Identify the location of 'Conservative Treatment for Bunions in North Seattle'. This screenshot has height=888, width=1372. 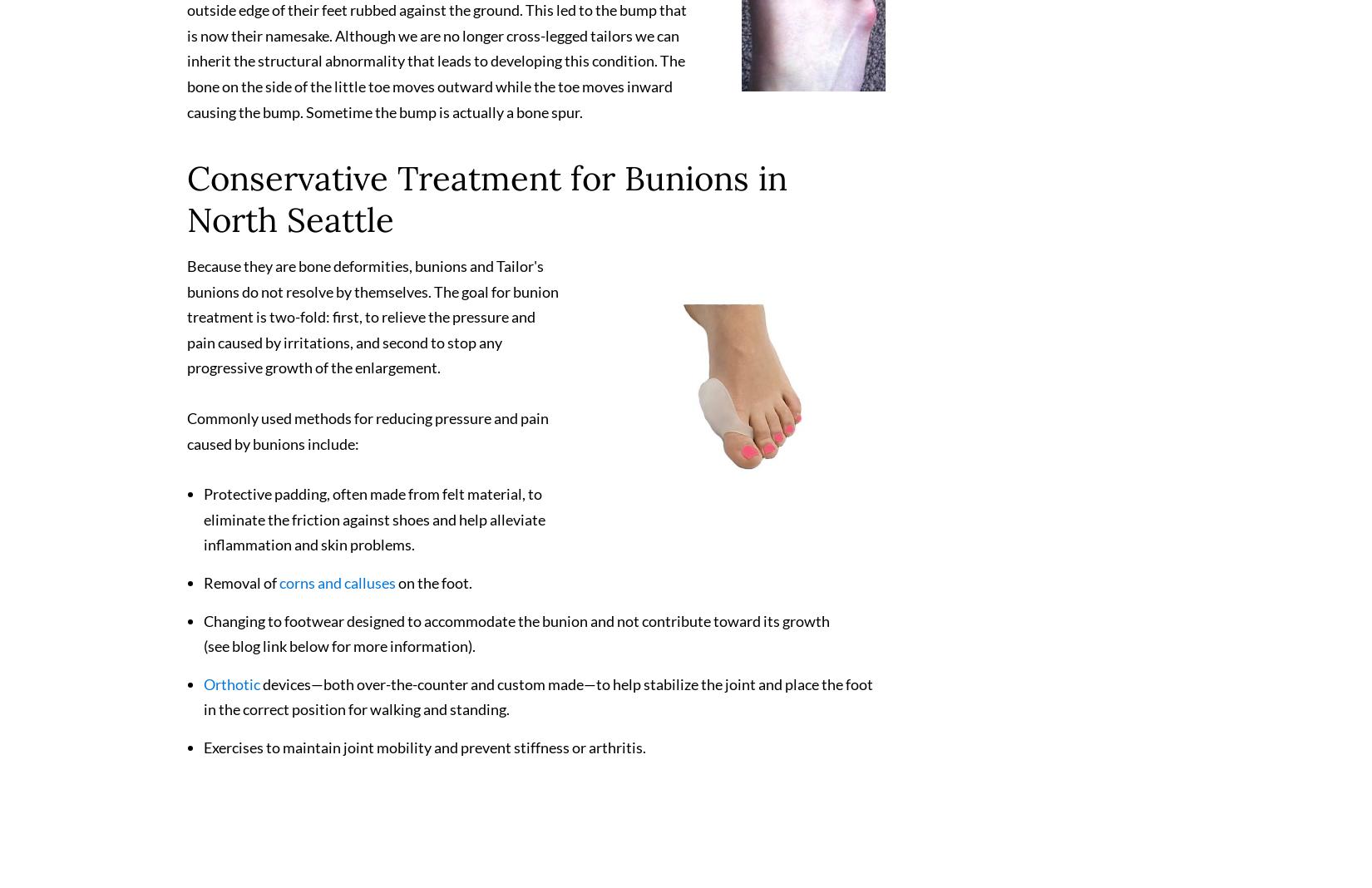
(486, 206).